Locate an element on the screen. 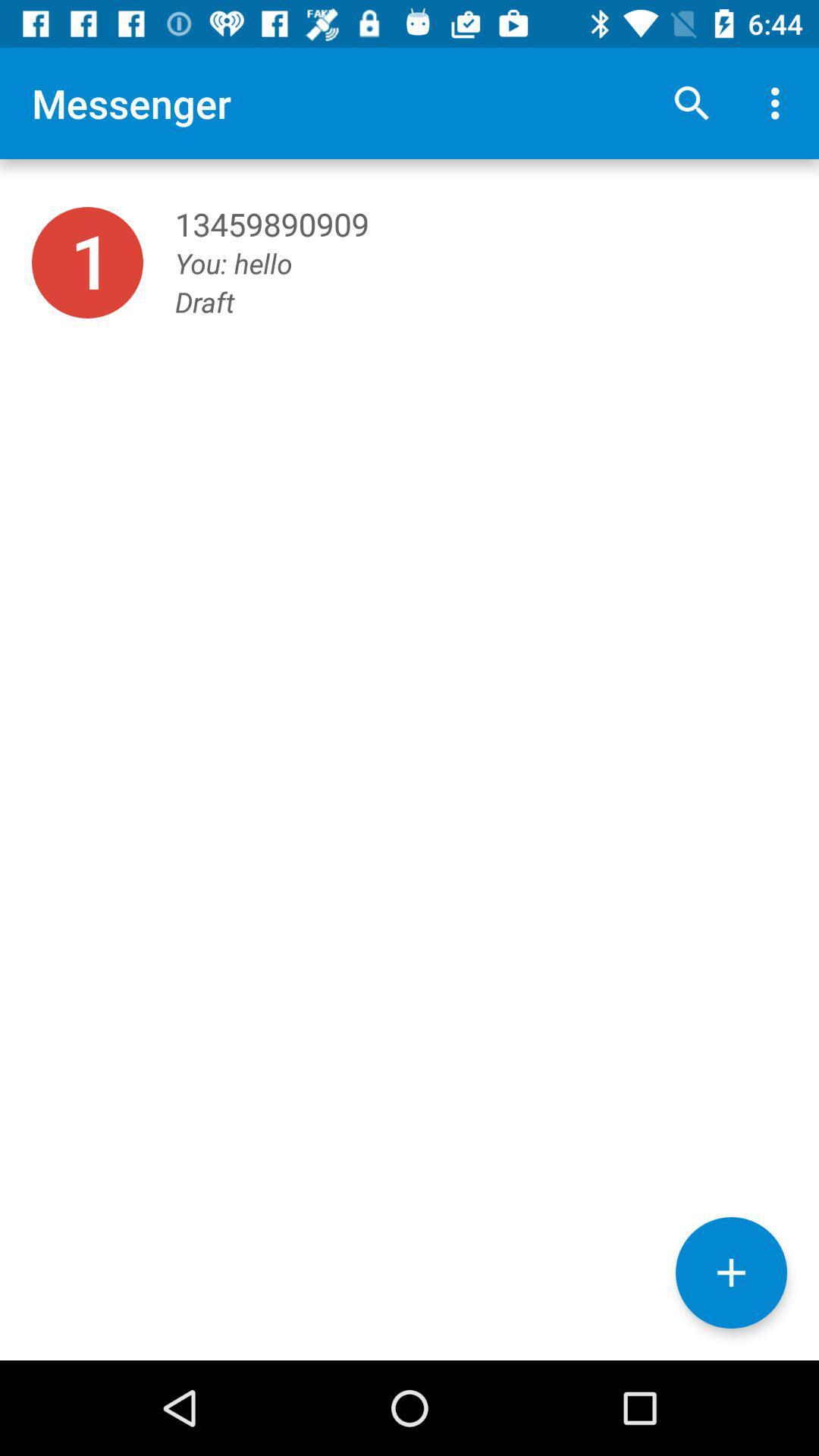  the item next to 13459890909 is located at coordinates (87, 262).